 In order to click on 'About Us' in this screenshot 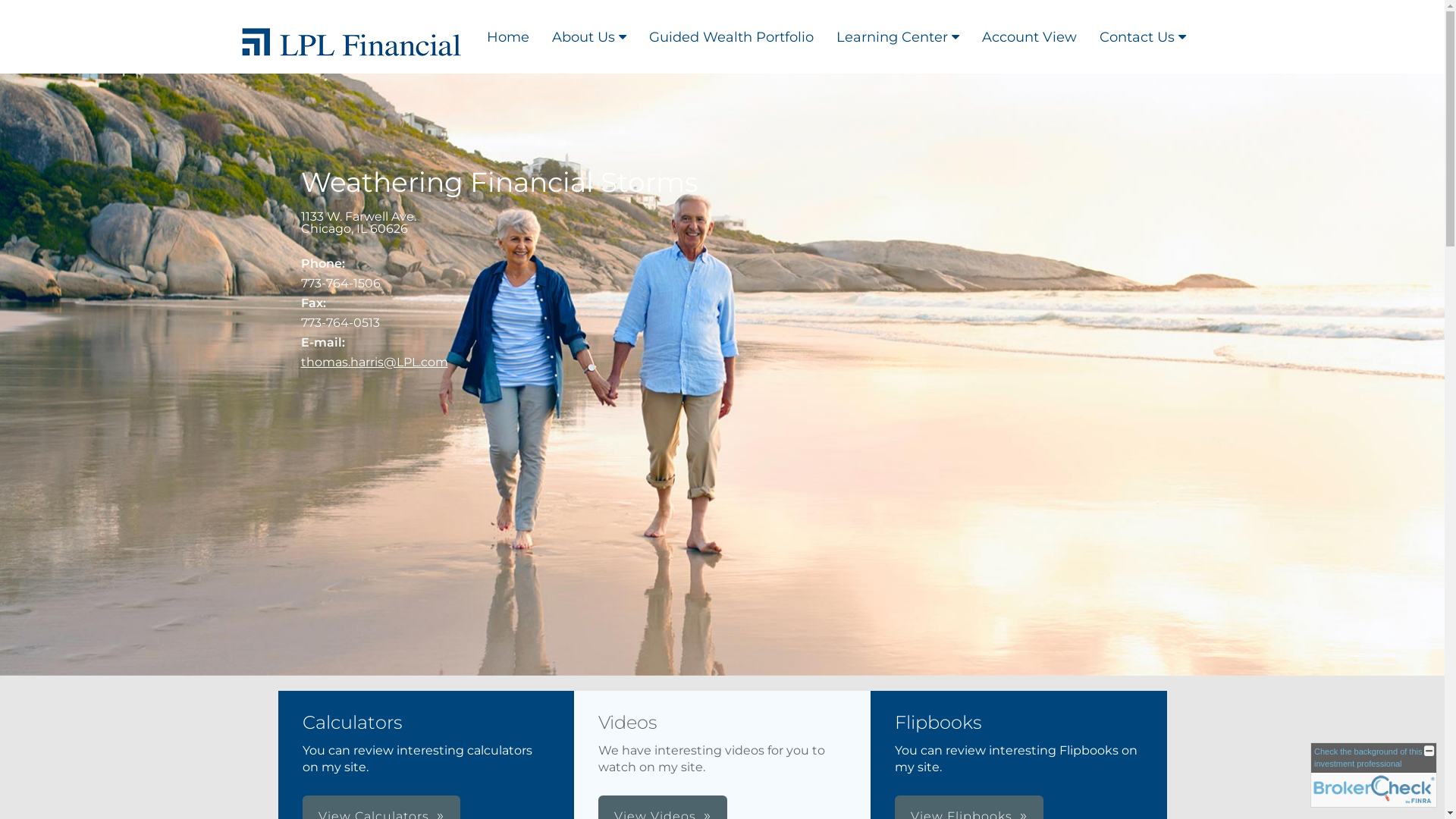, I will do `click(588, 35)`.